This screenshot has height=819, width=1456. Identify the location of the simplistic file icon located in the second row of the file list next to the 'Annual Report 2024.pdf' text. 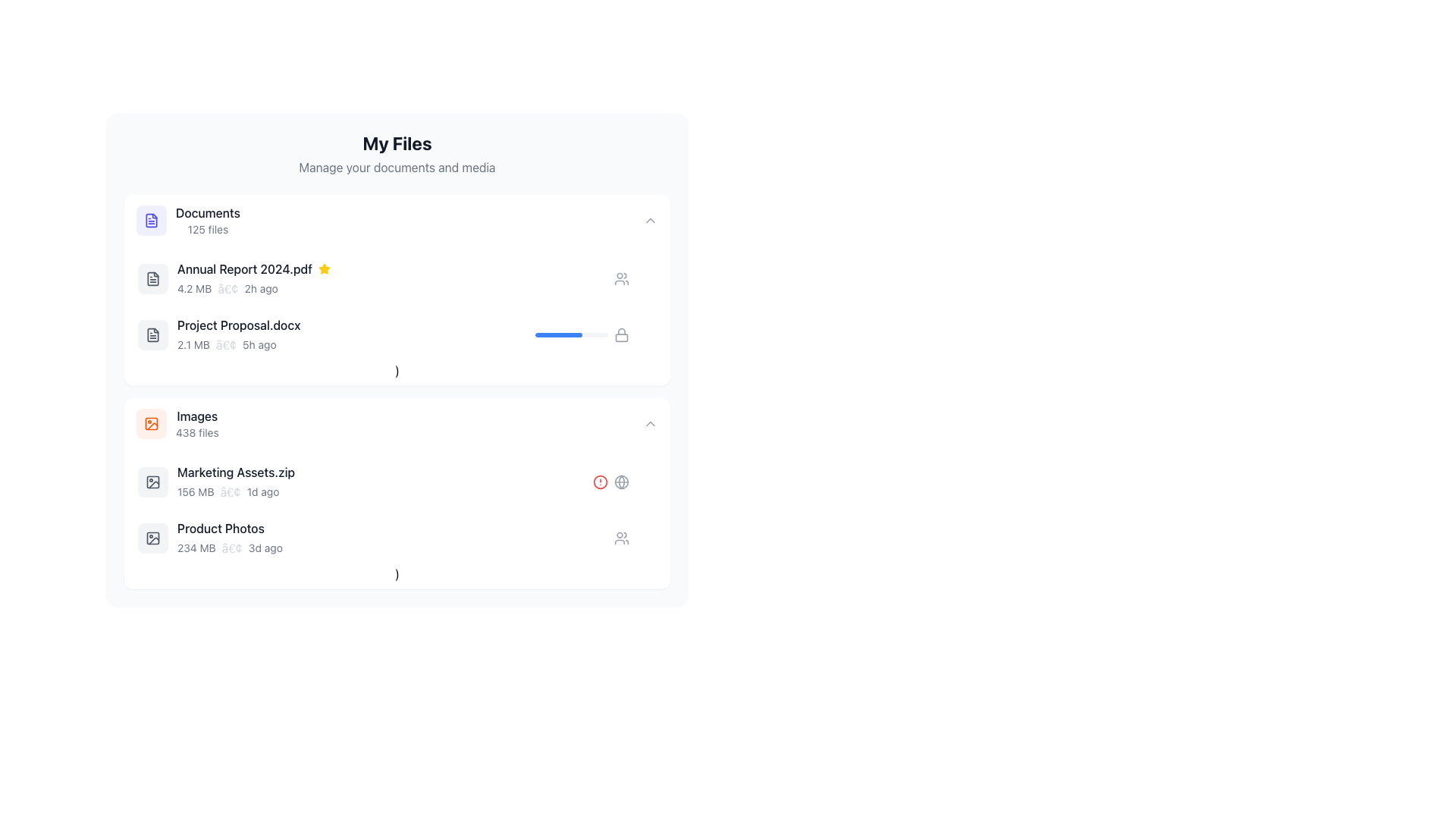
(152, 278).